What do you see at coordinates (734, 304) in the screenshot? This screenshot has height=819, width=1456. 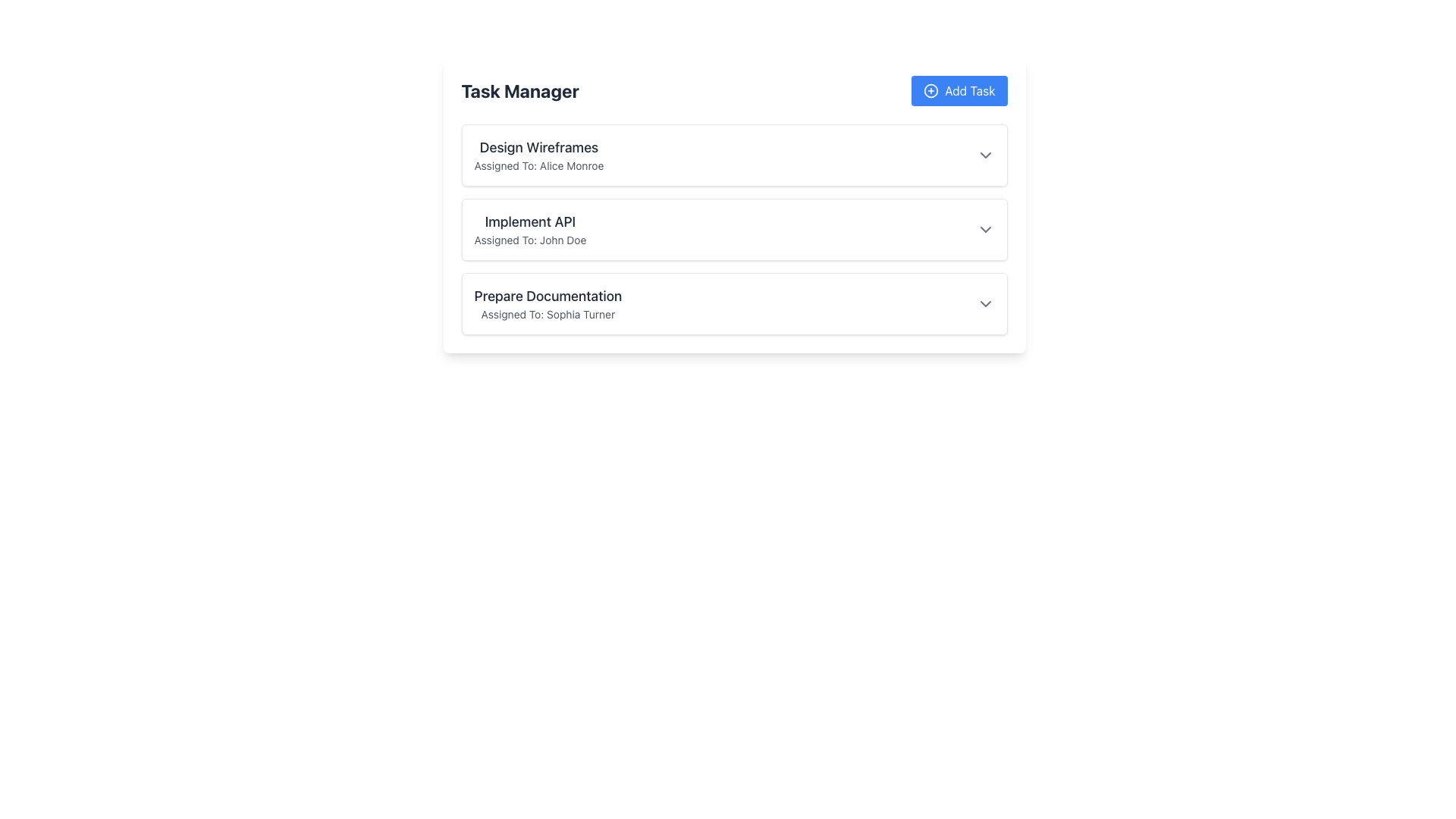 I see `the 'Prepare Documentation' task entry with dropdown functionality` at bounding box center [734, 304].